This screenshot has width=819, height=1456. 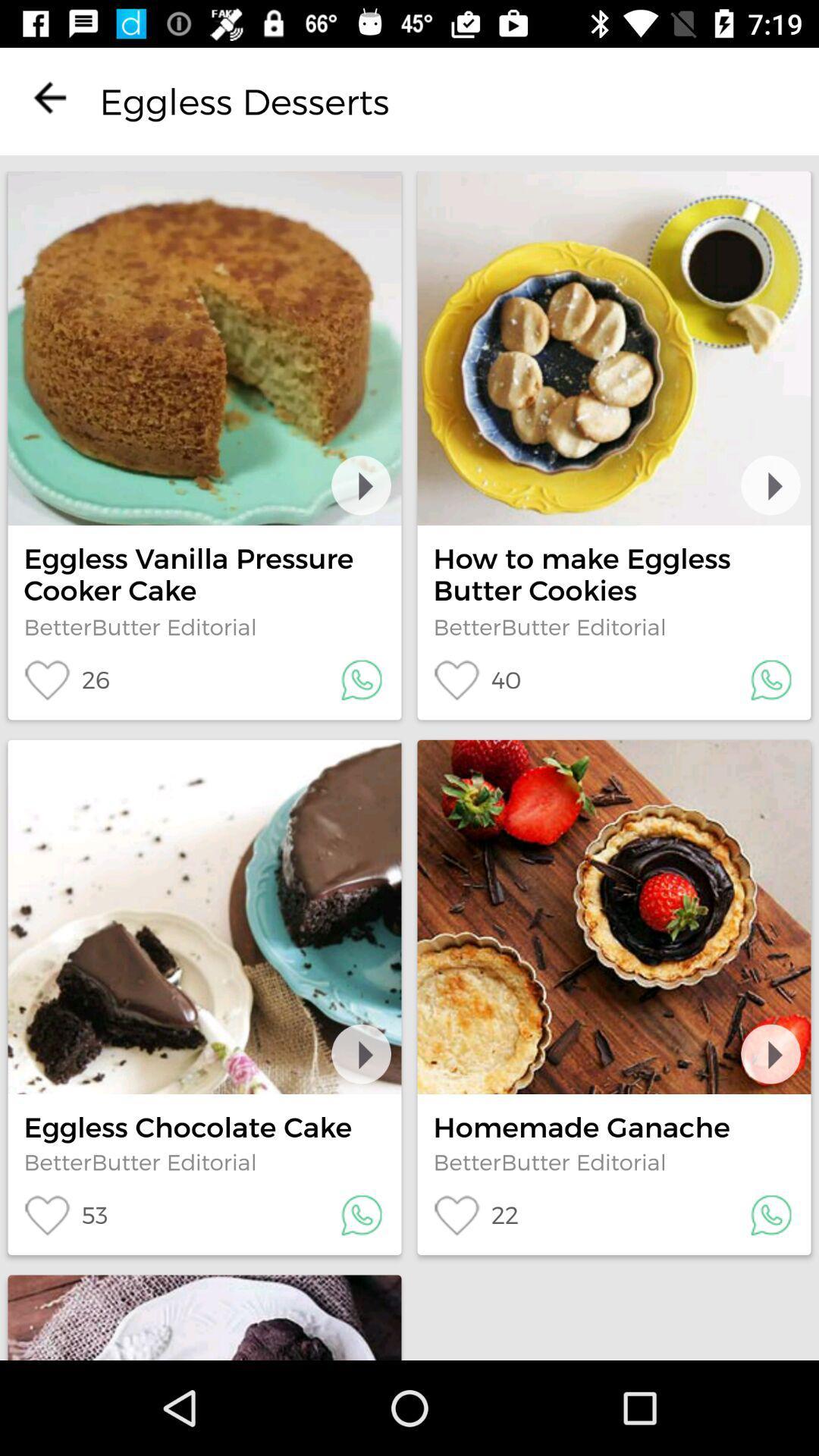 What do you see at coordinates (49, 96) in the screenshot?
I see `the arrow_backward icon` at bounding box center [49, 96].